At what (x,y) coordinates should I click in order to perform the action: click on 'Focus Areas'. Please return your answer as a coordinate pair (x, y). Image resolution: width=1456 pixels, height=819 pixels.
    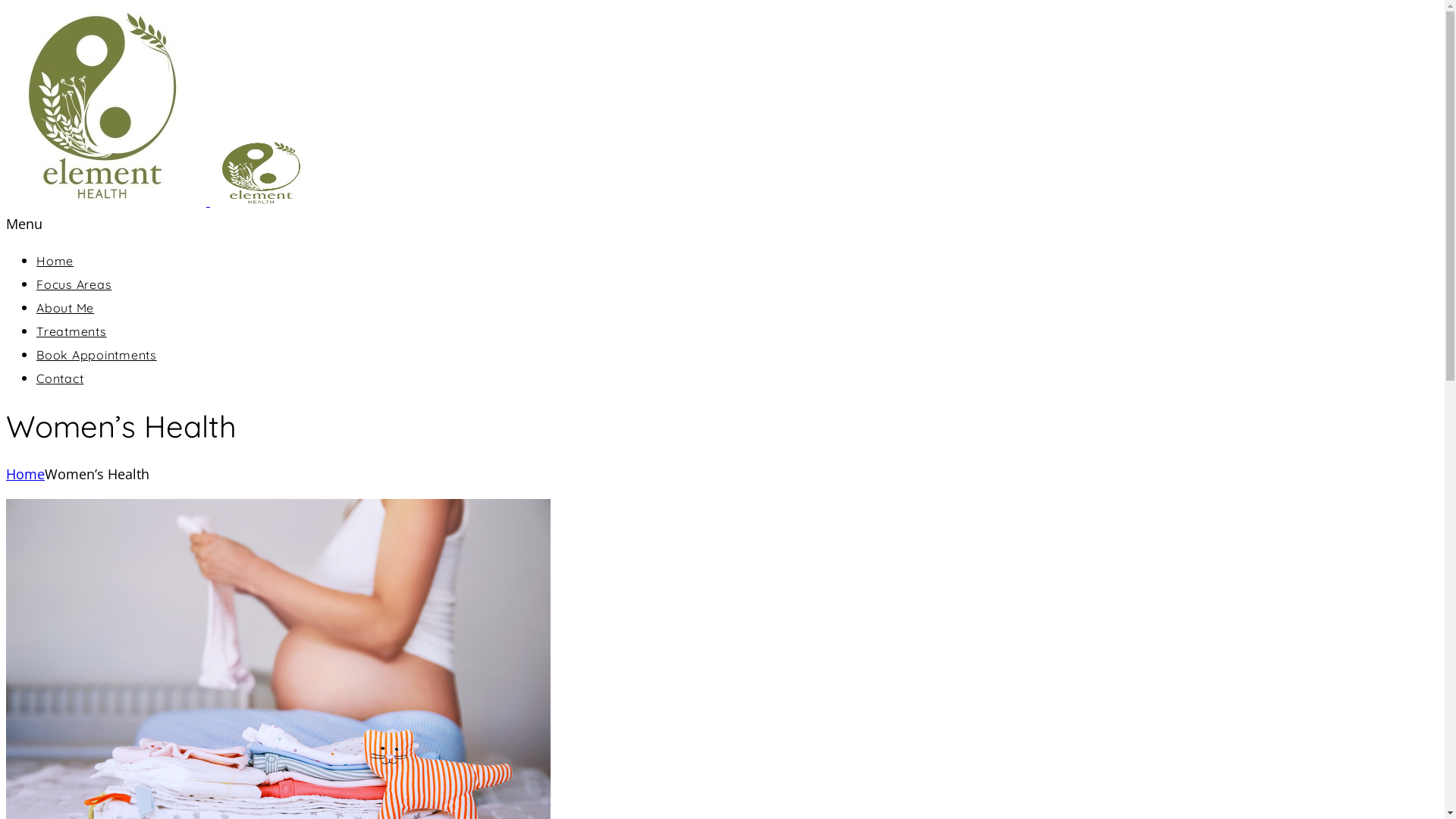
    Looking at the image, I should click on (73, 284).